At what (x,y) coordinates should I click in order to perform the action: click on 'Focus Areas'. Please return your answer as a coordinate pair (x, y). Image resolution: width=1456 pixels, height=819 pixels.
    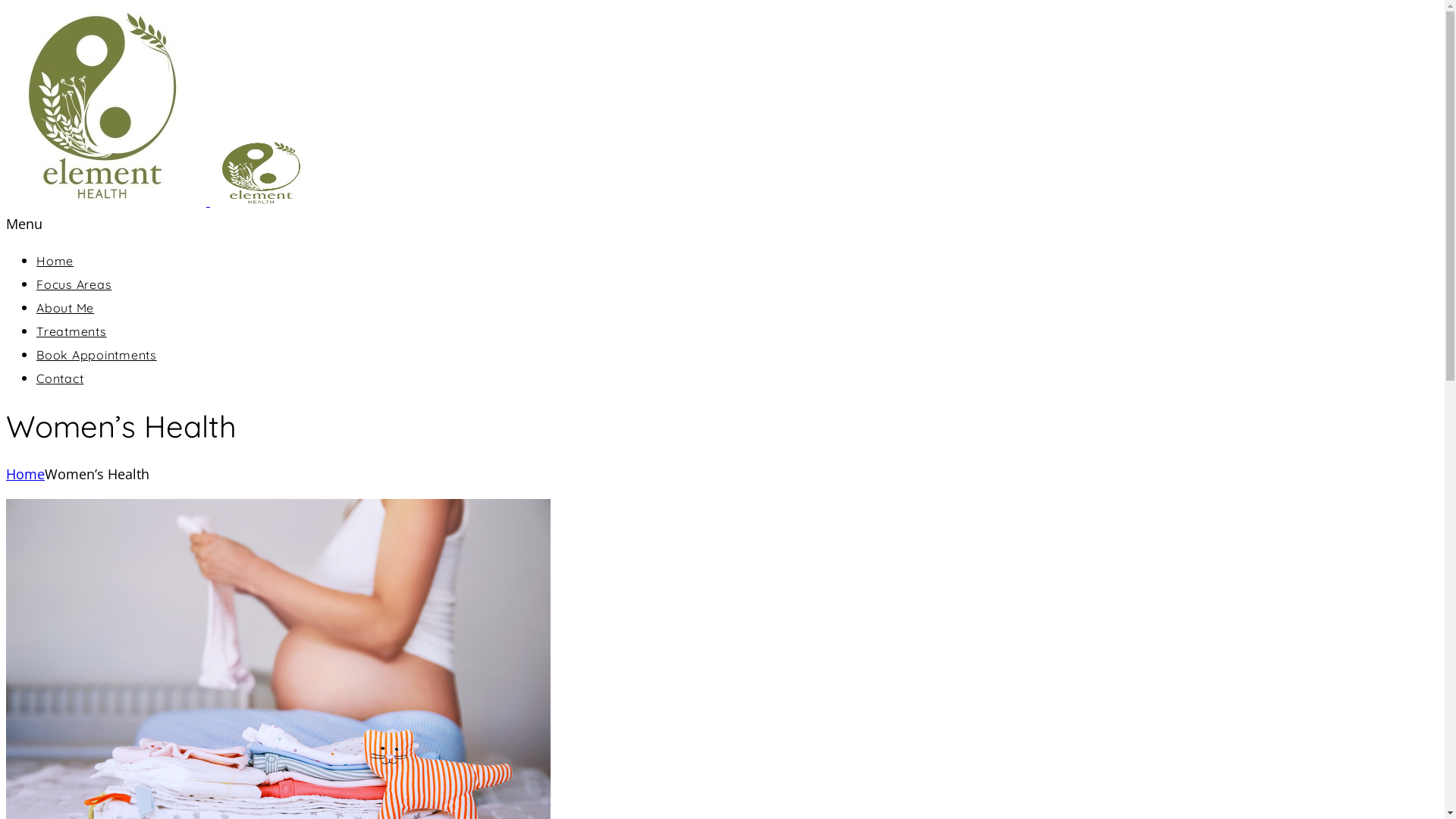
    Looking at the image, I should click on (73, 284).